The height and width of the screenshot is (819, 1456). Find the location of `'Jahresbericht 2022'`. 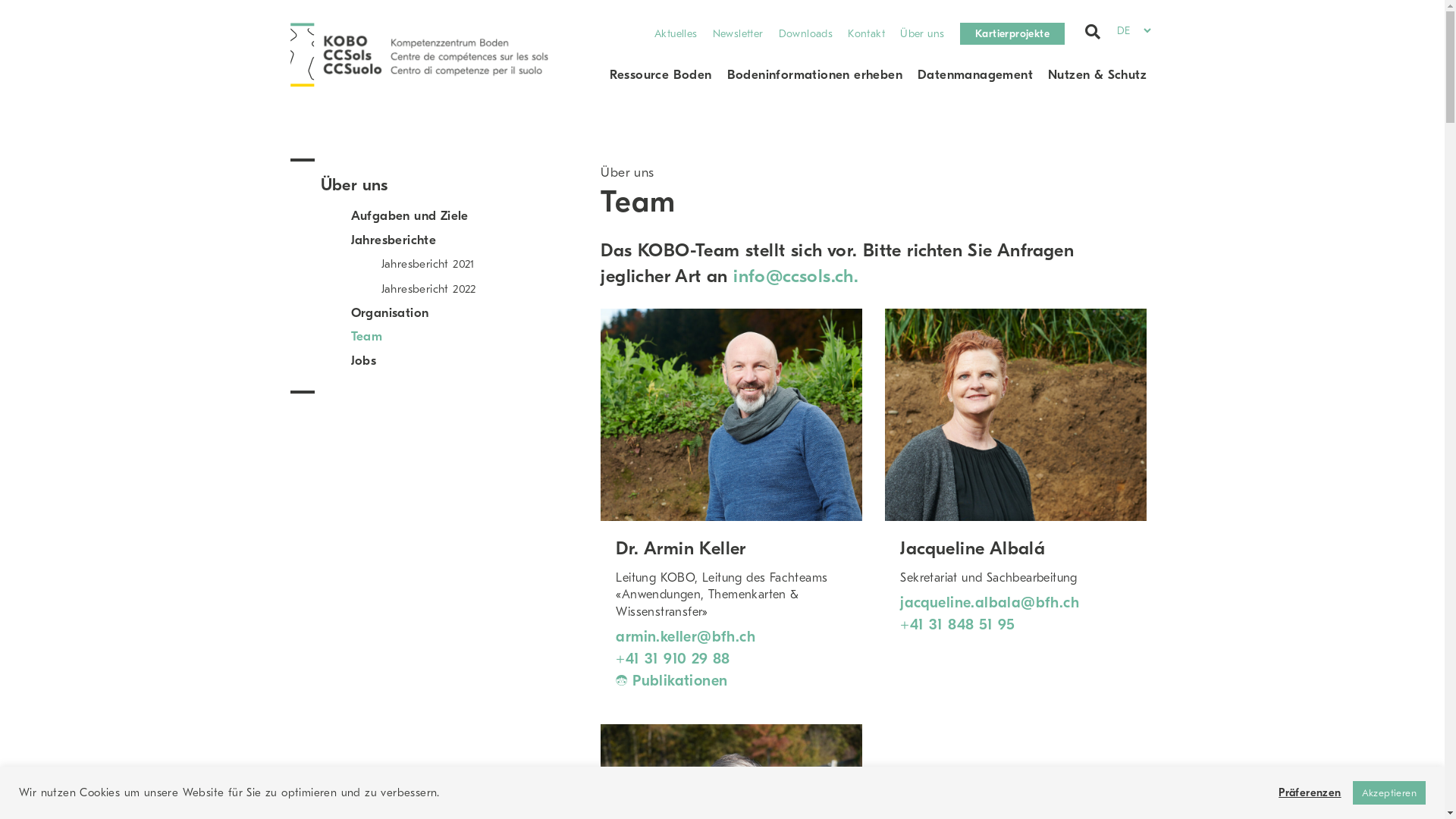

'Jahresbericht 2022' is located at coordinates (427, 289).